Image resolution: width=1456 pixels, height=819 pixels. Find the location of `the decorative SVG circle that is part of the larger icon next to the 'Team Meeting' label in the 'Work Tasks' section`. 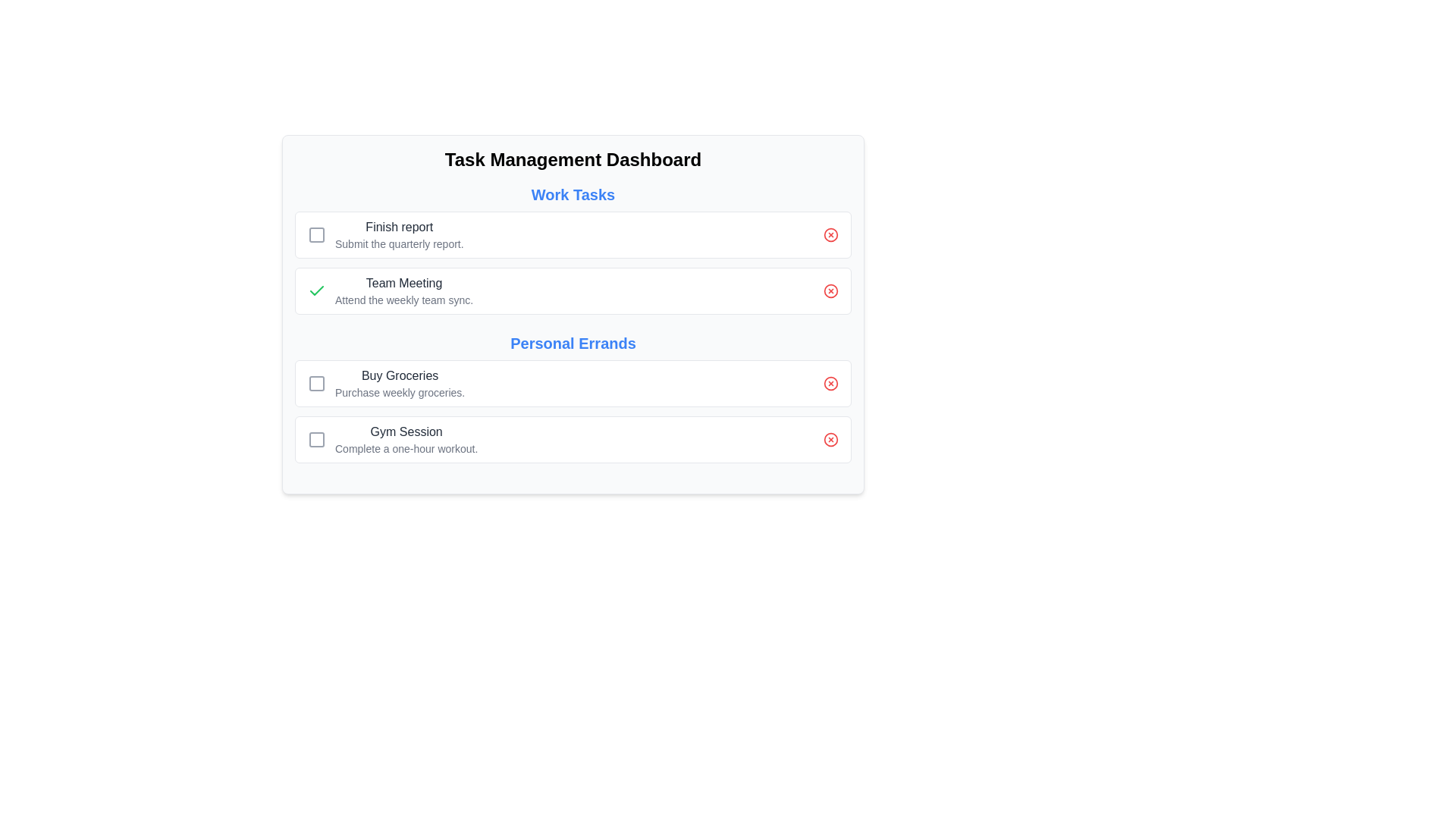

the decorative SVG circle that is part of the larger icon next to the 'Team Meeting' label in the 'Work Tasks' section is located at coordinates (830, 291).